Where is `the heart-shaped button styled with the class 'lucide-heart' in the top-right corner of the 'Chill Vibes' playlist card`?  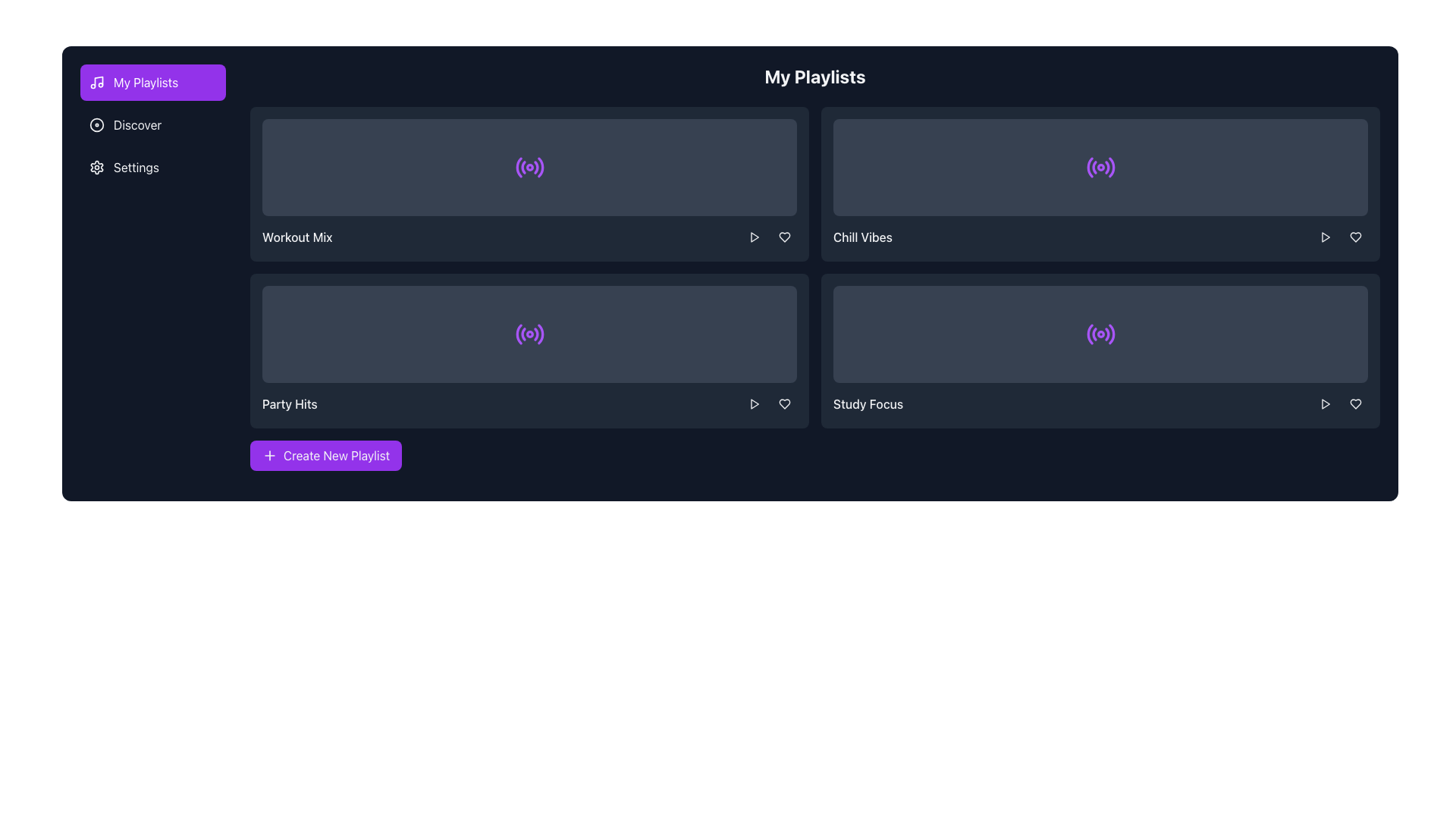 the heart-shaped button styled with the class 'lucide-heart' in the top-right corner of the 'Chill Vibes' playlist card is located at coordinates (1356, 237).